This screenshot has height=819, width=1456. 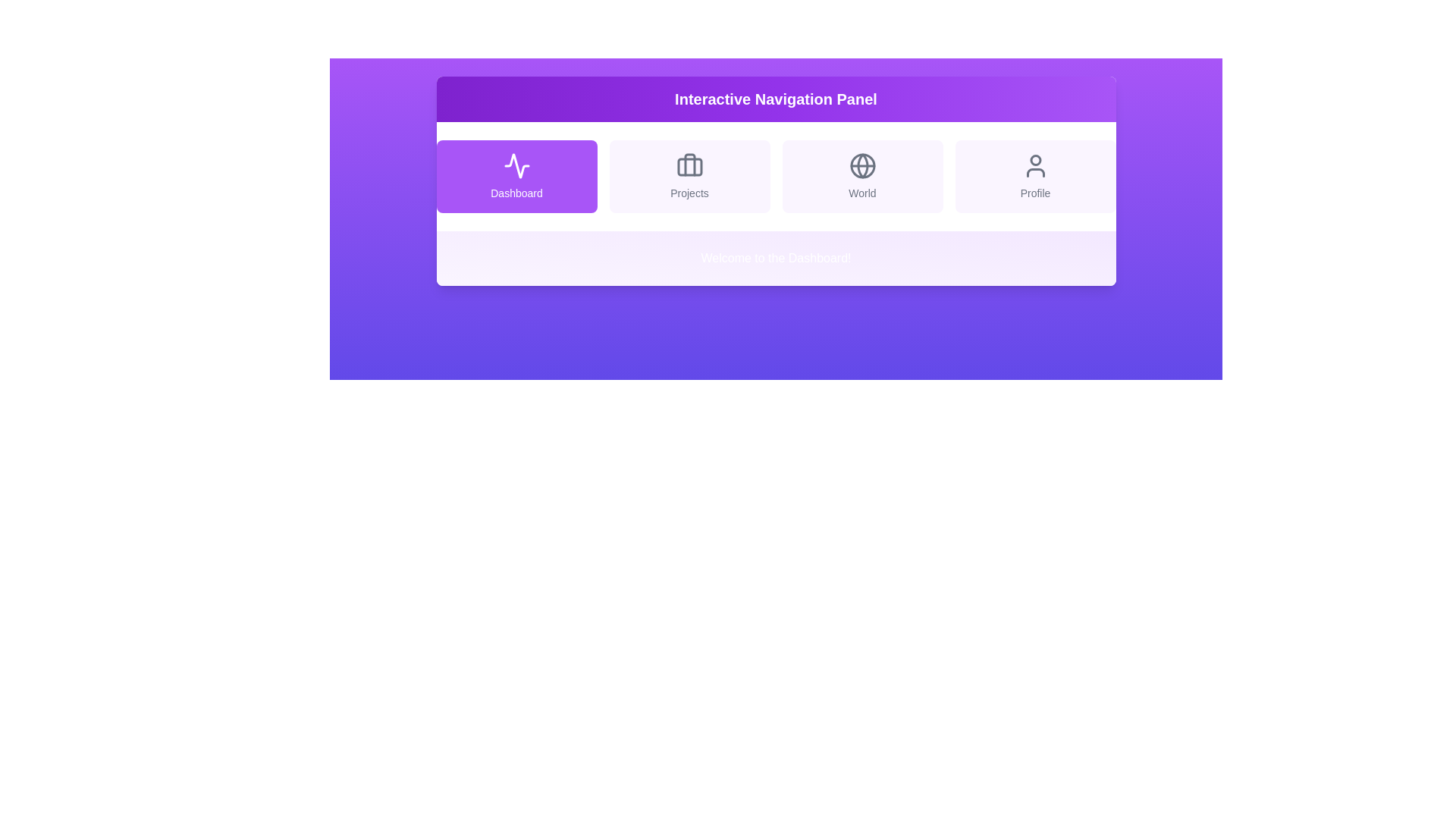 I want to click on the header element labeled 'Interactive Navigation Panel', which has a gradient background and bold white text, so click(x=776, y=99).